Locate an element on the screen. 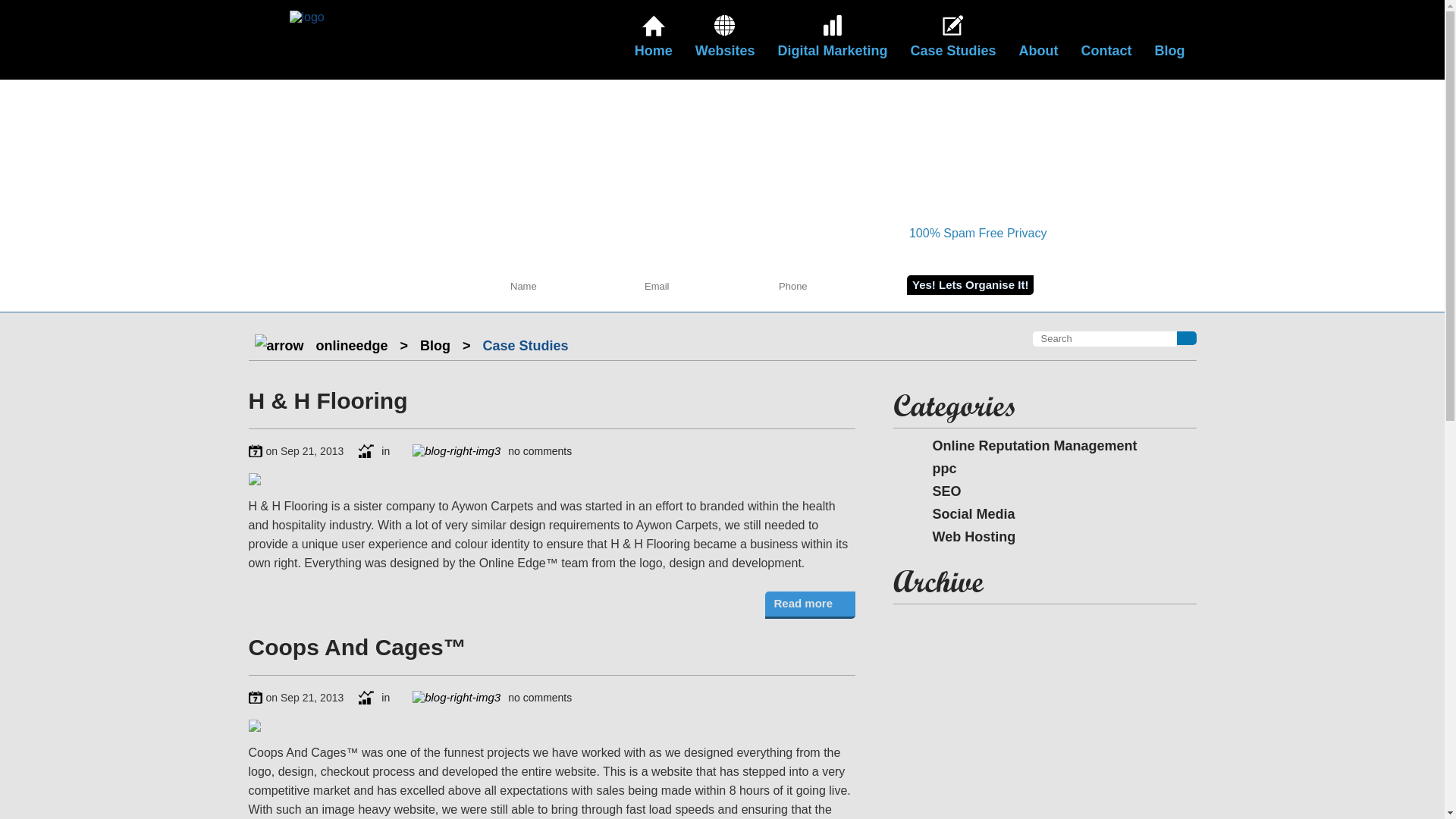 The image size is (1456, 819). 'blog-right-img3' is located at coordinates (455, 450).